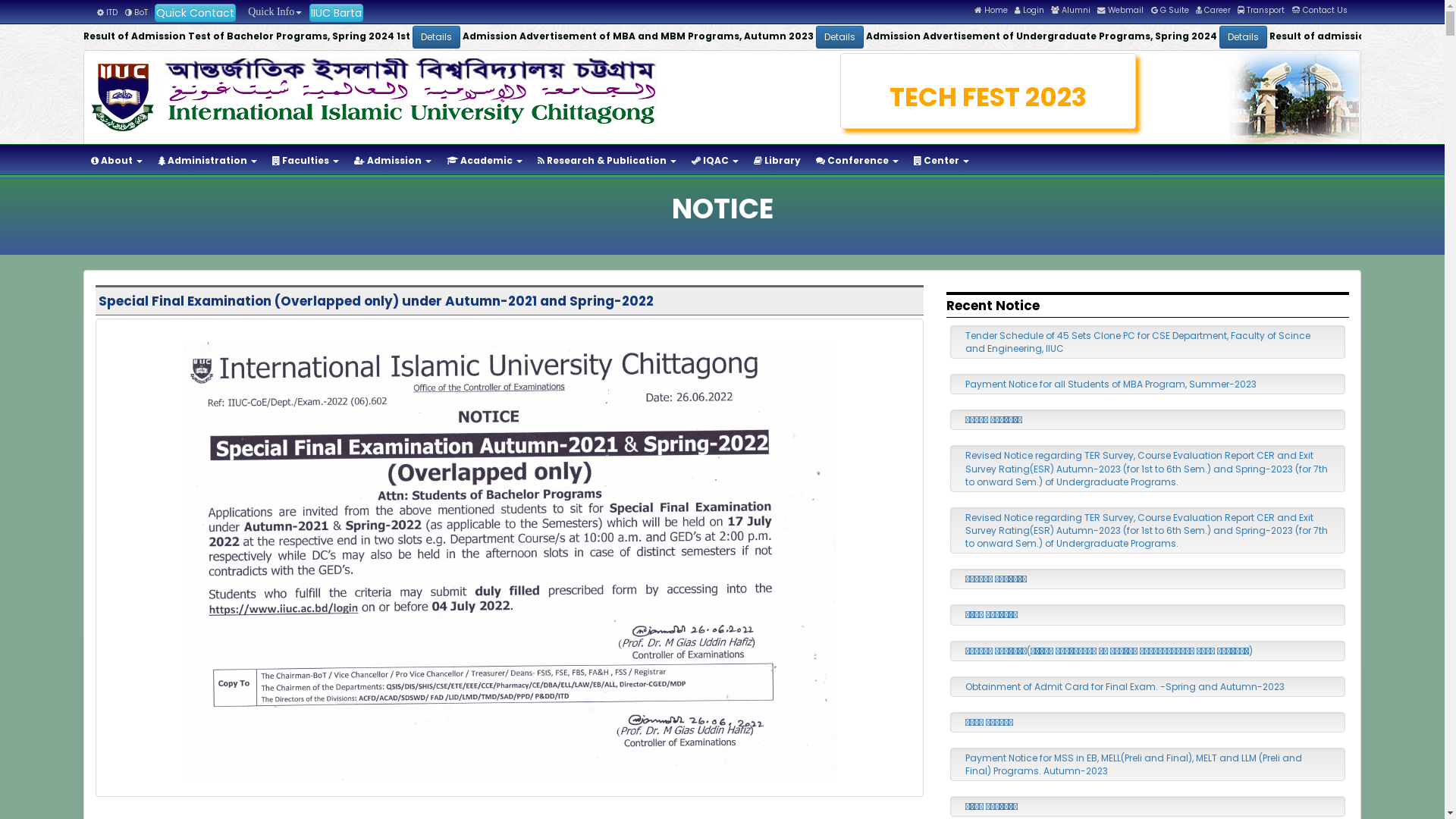  Describe the element at coordinates (483, 161) in the screenshot. I see `'Academic'` at that location.